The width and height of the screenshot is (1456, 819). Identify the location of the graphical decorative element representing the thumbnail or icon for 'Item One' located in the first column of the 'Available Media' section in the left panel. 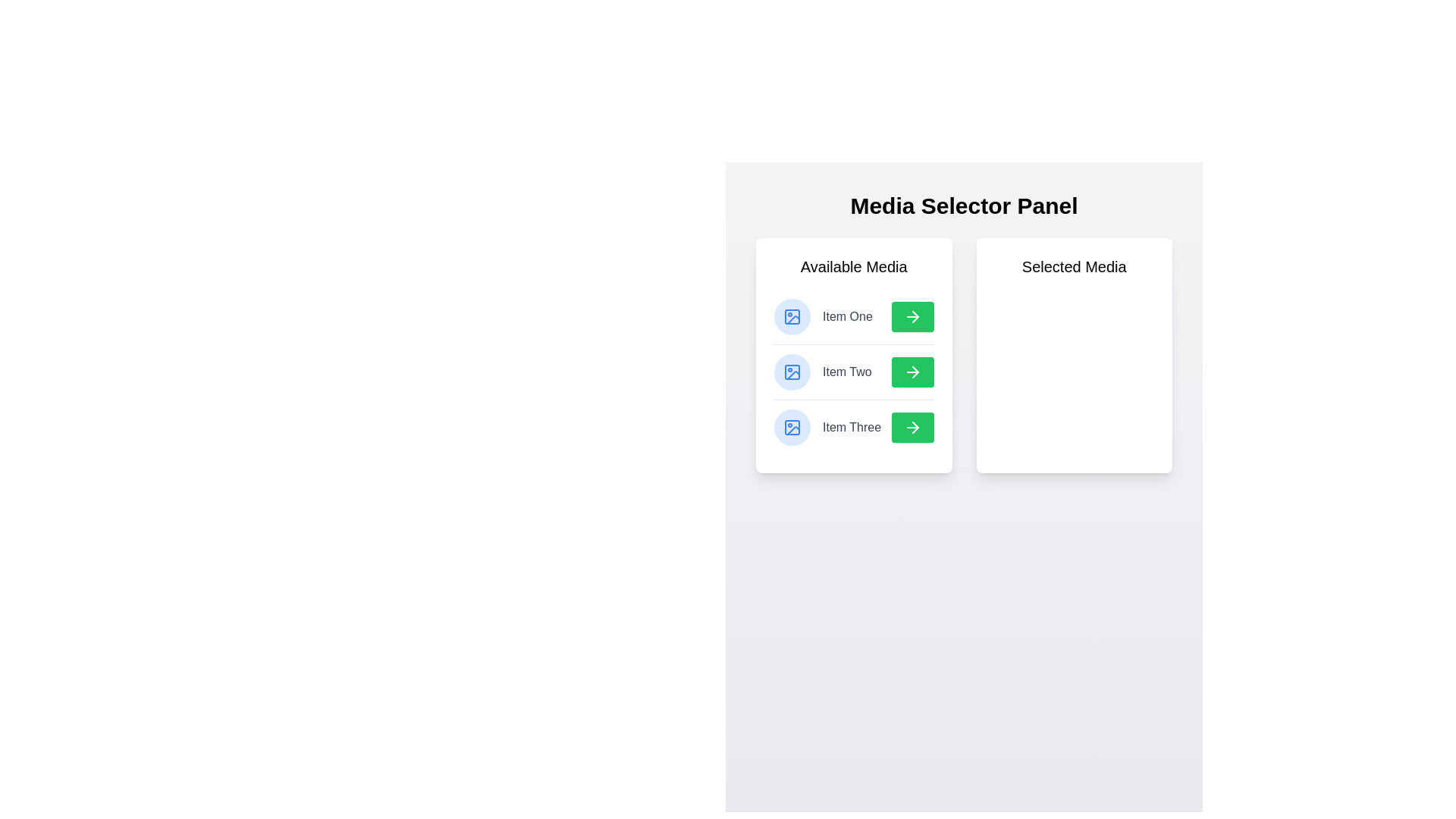
(792, 427).